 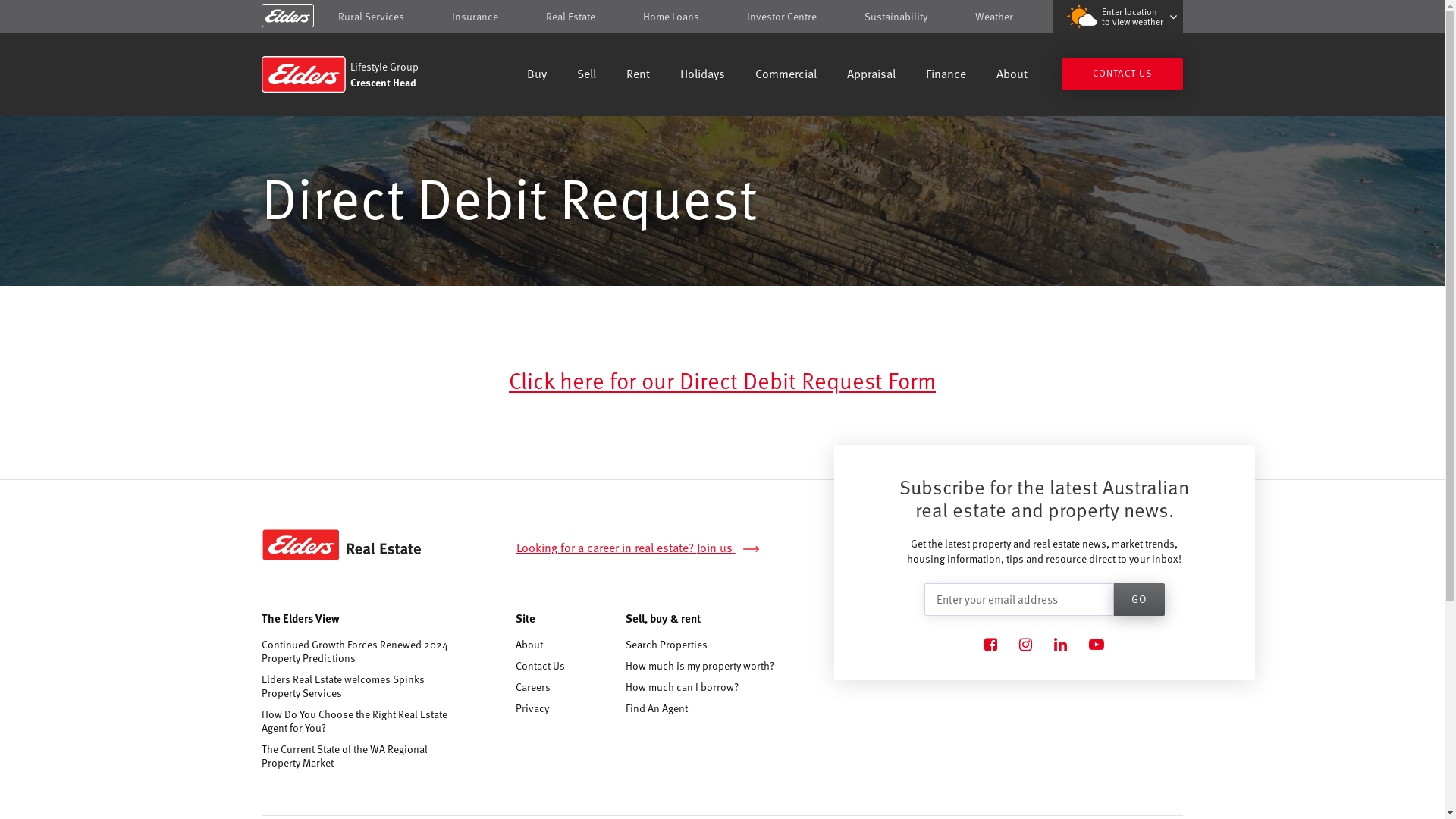 What do you see at coordinates (721, 378) in the screenshot?
I see `'Click here for our Direct Debit Request Form'` at bounding box center [721, 378].